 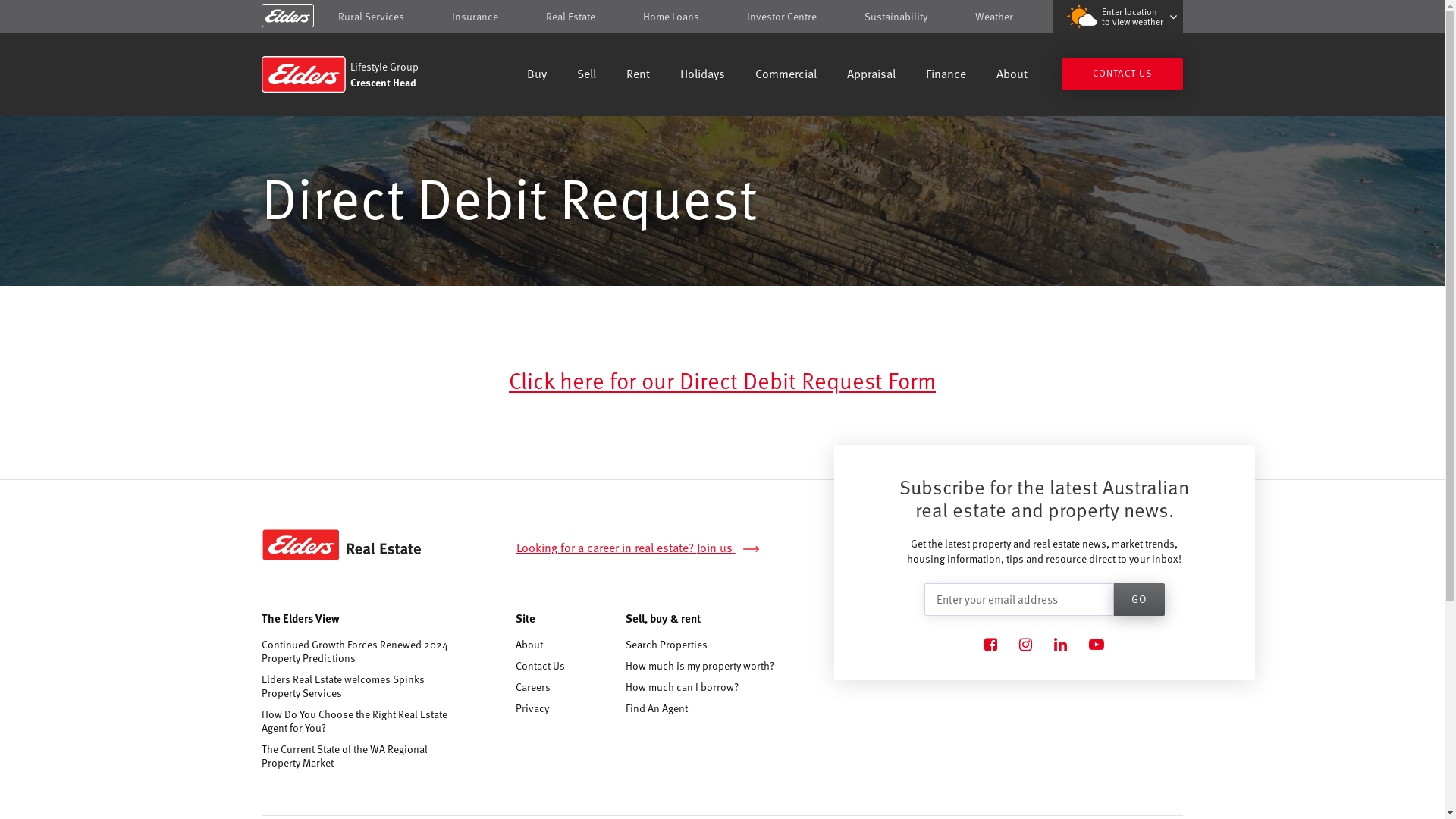 What do you see at coordinates (721, 378) in the screenshot?
I see `'Click here for our Direct Debit Request Form'` at bounding box center [721, 378].